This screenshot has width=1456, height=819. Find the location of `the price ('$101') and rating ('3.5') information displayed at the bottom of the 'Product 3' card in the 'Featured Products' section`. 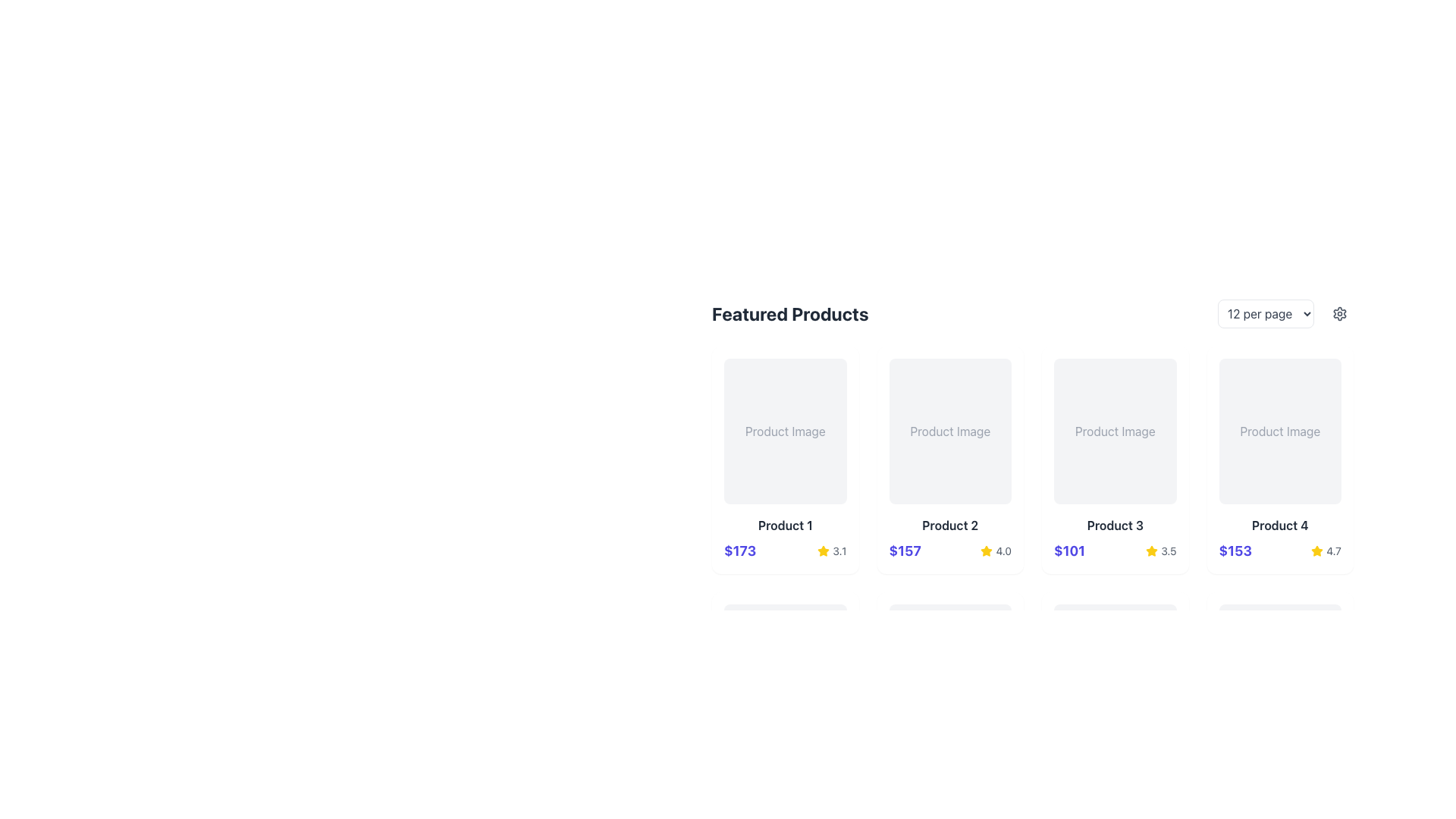

the price ('$101') and rating ('3.5') information displayed at the bottom of the 'Product 3' card in the 'Featured Products' section is located at coordinates (1115, 551).